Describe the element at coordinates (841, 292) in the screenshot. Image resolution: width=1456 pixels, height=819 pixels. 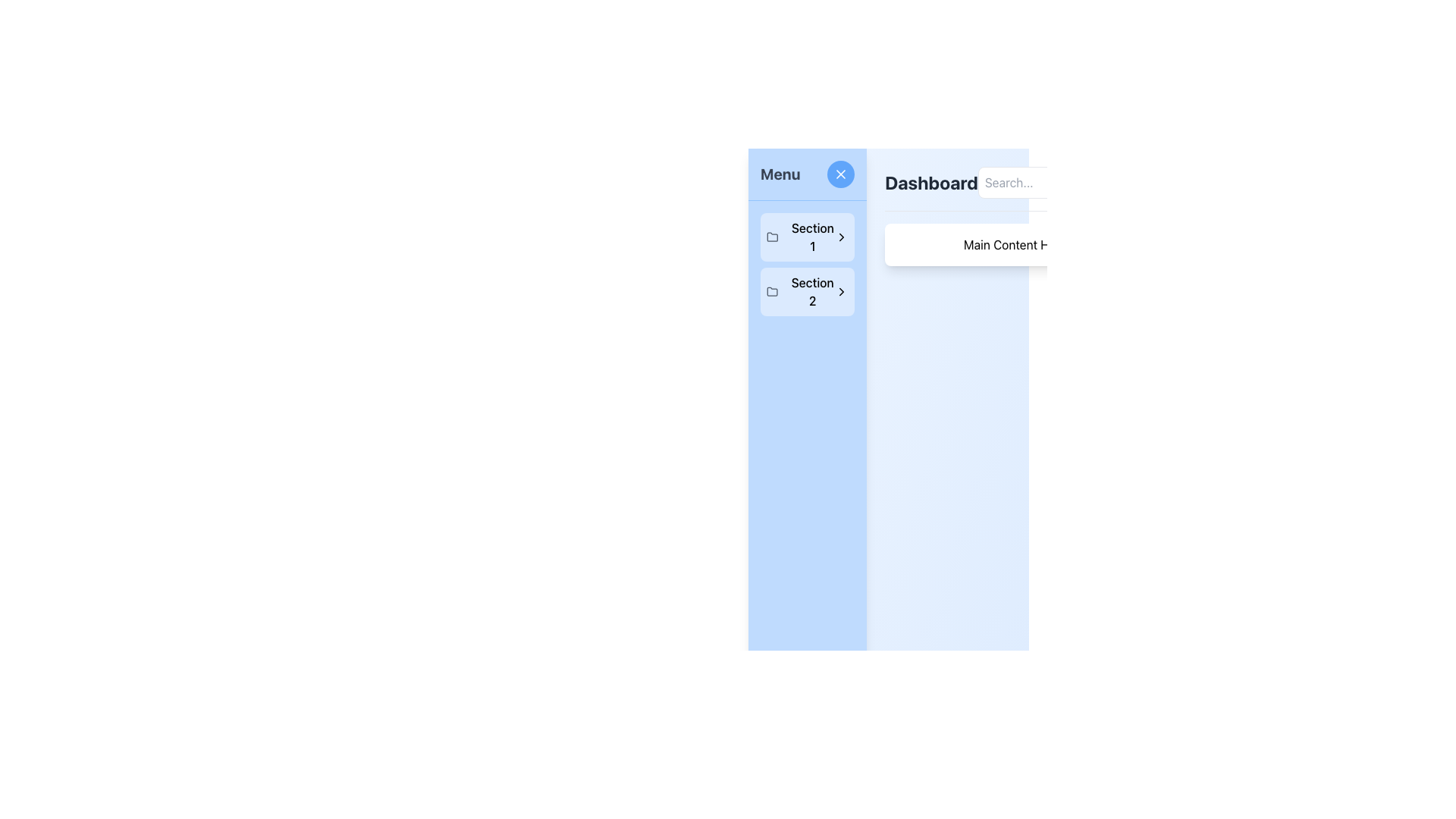
I see `the icon located directly to the right of the 'Section 2' text label in the vertical navigation menu` at that location.